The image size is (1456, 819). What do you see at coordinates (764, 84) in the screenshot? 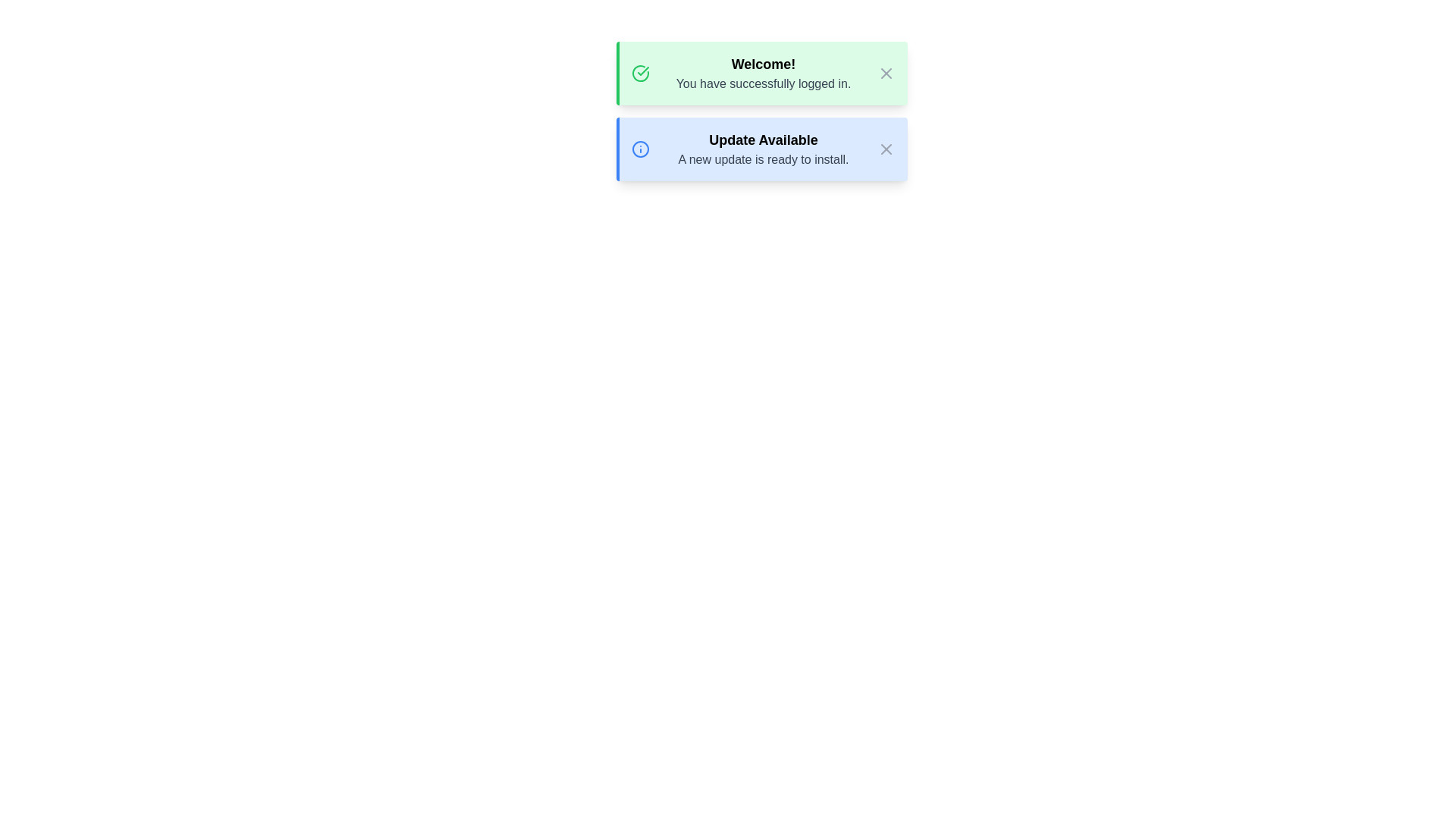
I see `the text label displaying 'You have successfully logged in.' which is located below the 'Welcome!' text in the success message layout` at bounding box center [764, 84].